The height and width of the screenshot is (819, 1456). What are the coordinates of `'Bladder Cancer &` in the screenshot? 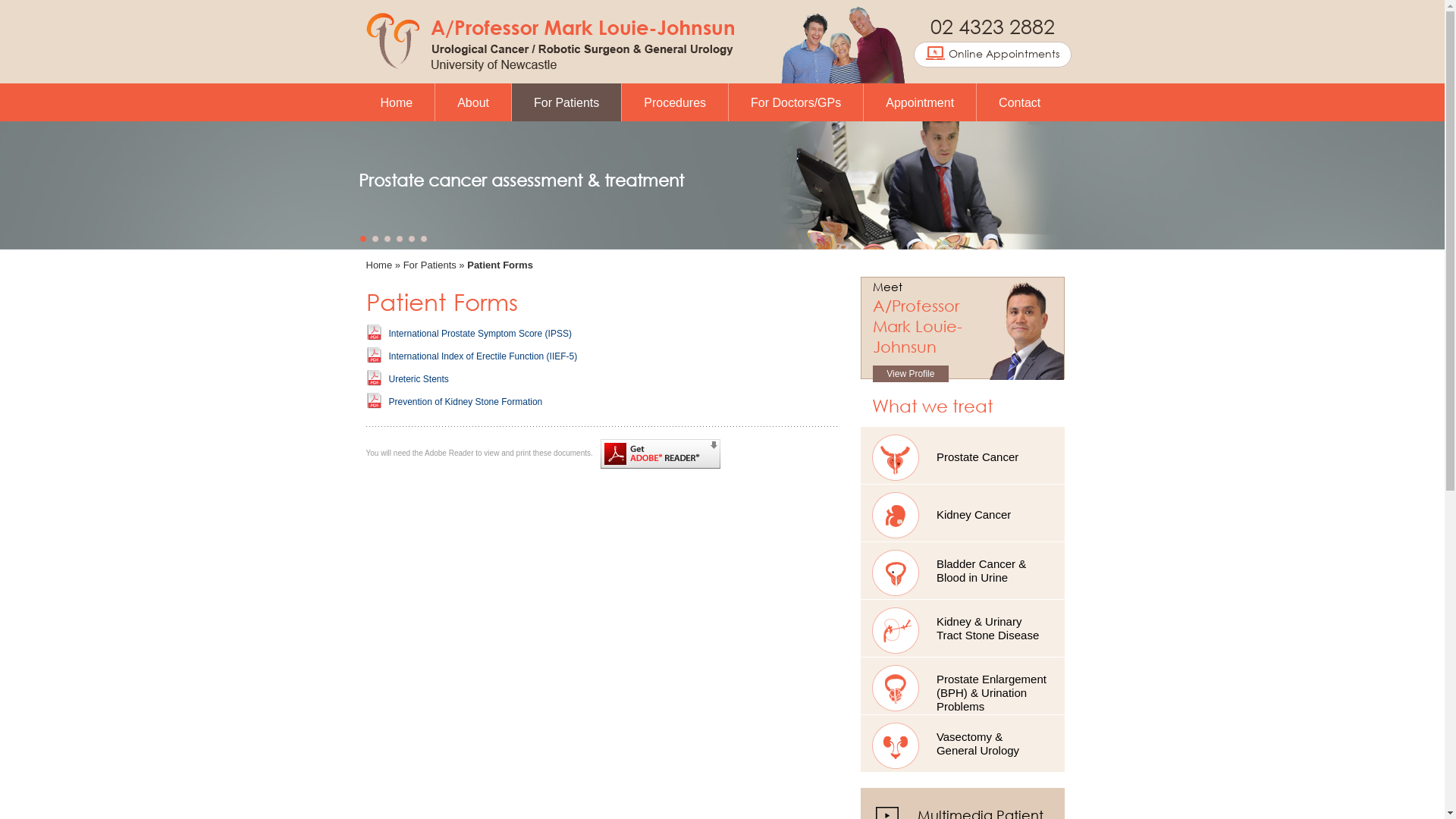 It's located at (860, 570).